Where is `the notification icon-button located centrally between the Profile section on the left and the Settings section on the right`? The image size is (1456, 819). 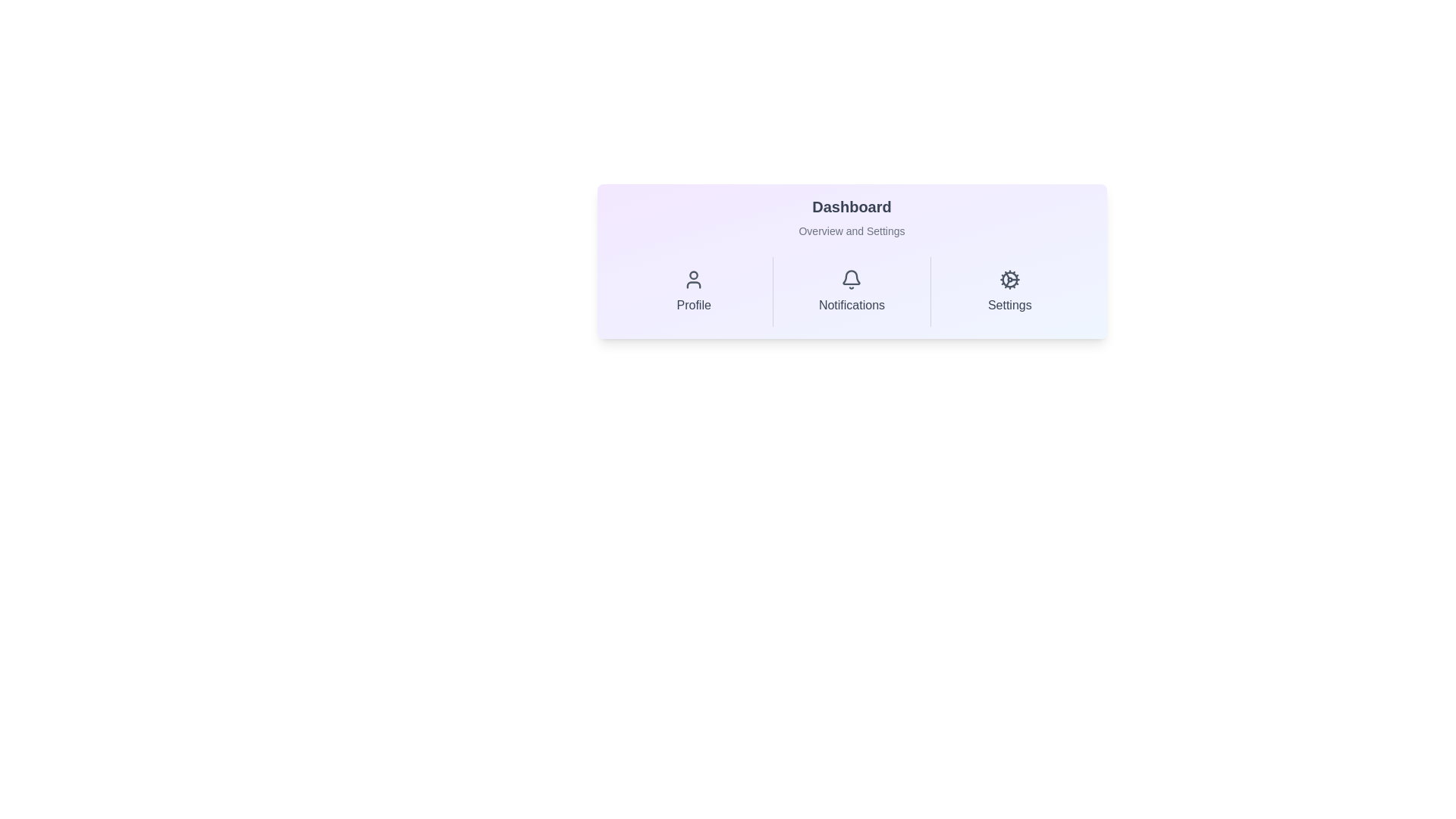
the notification icon-button located centrally between the Profile section on the left and the Settings section on the right is located at coordinates (852, 292).